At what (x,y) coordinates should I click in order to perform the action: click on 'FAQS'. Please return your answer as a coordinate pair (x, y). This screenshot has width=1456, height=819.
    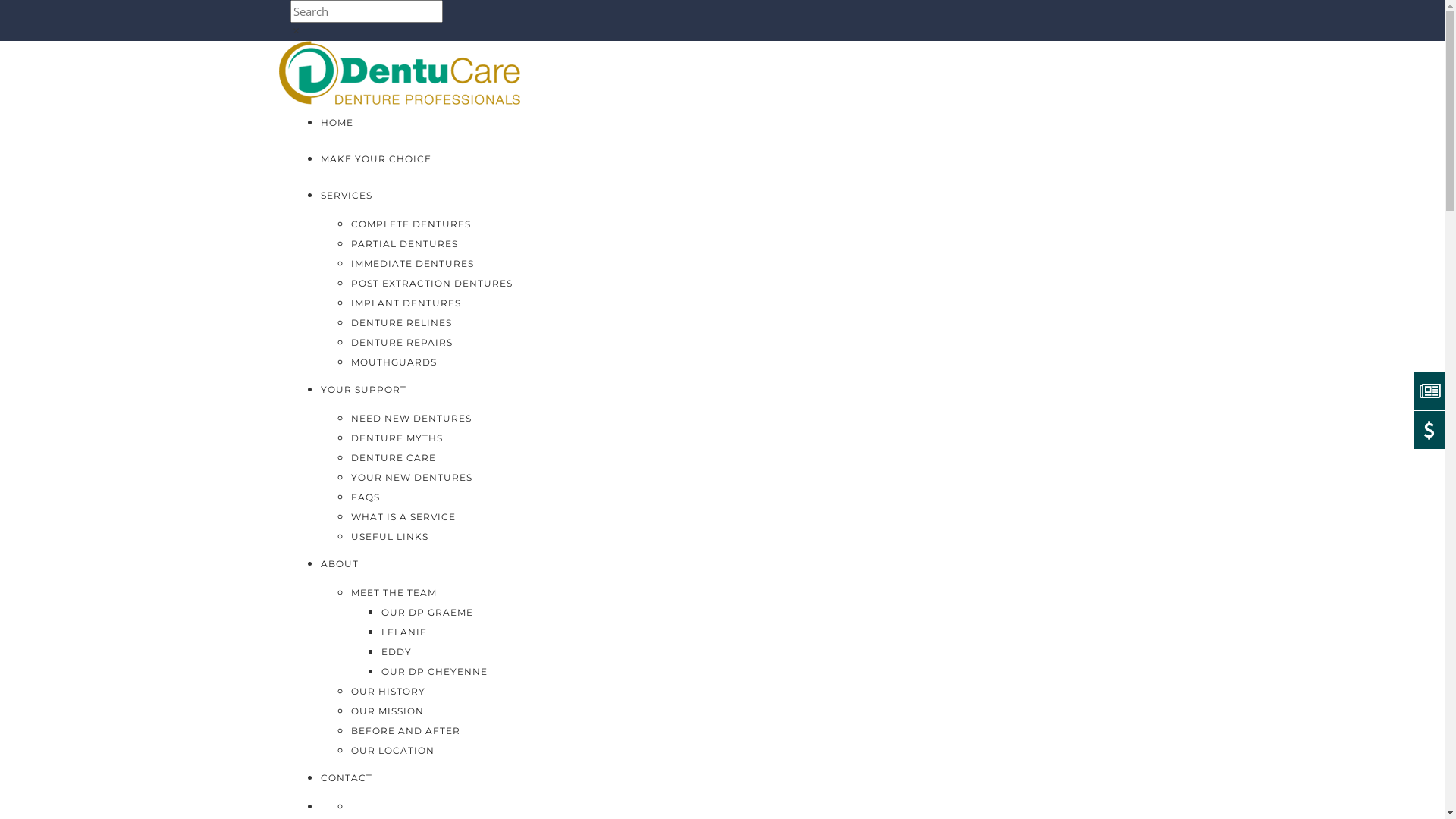
    Looking at the image, I should click on (364, 497).